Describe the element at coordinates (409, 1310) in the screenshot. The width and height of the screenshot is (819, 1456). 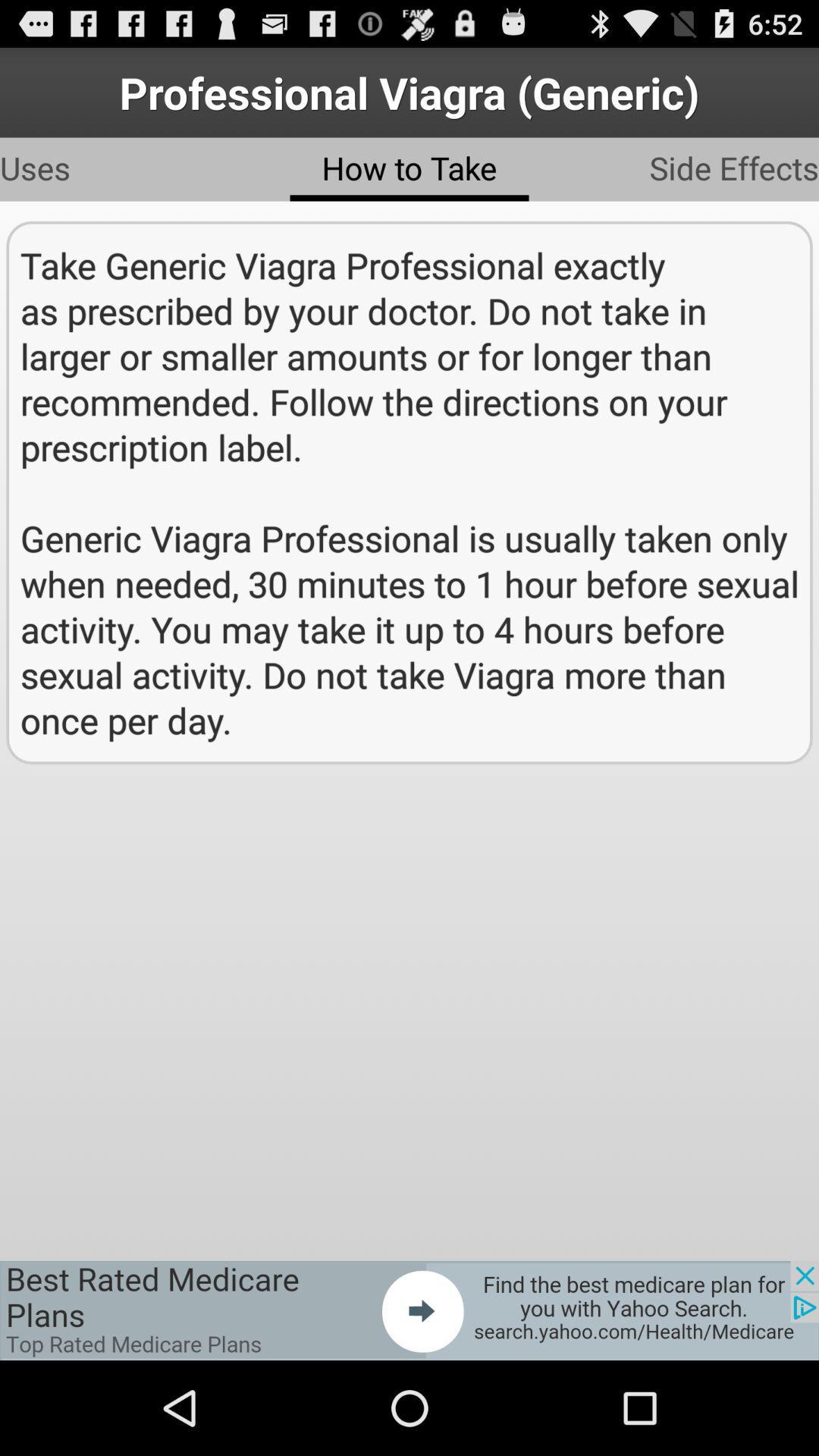
I see `advertisements` at that location.